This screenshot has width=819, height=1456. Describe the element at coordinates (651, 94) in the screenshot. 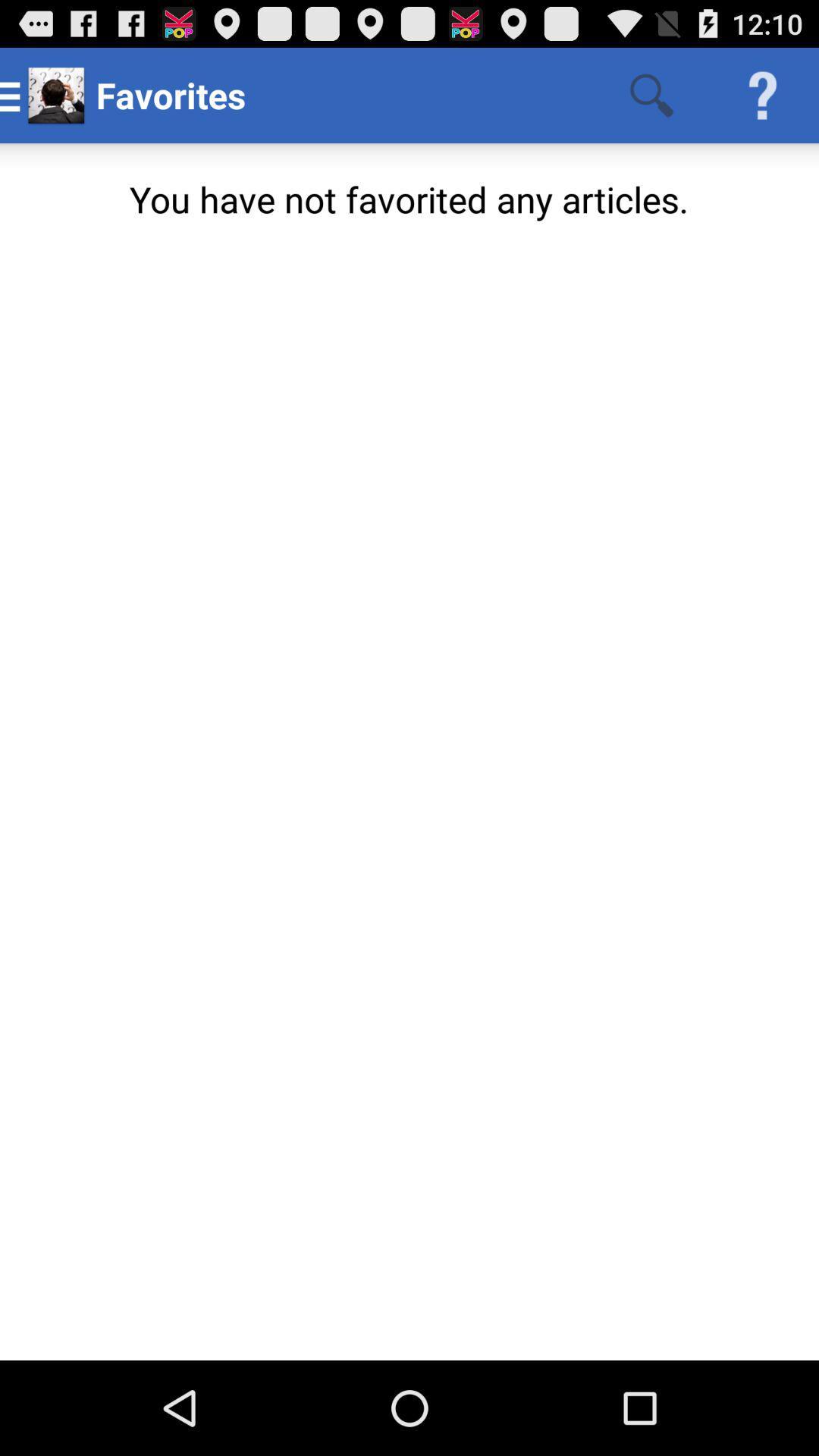

I see `app above the you have not item` at that location.